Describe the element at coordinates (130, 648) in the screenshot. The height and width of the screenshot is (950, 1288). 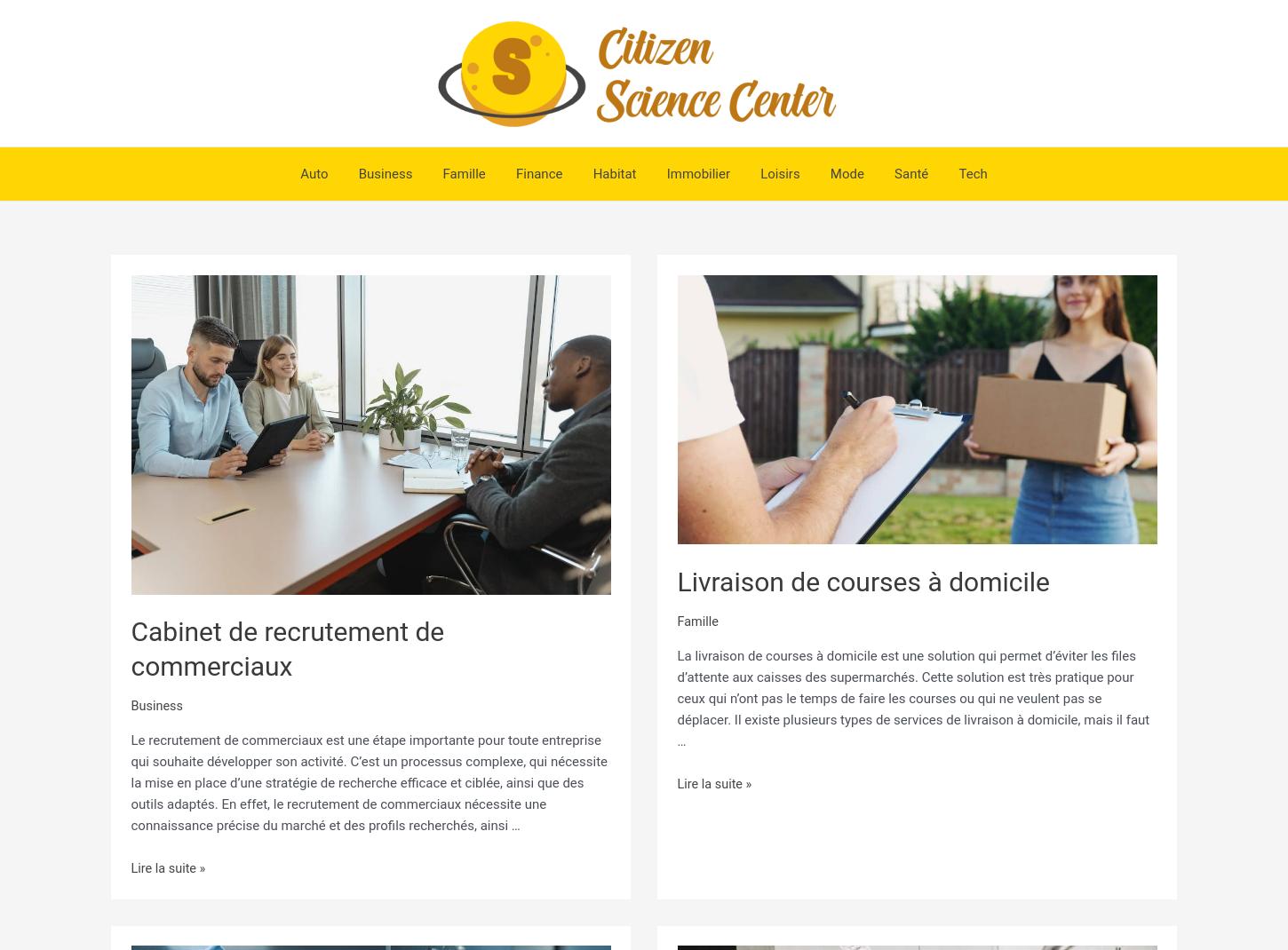
I see `'Cabinet de recrutement de commerciaux'` at that location.